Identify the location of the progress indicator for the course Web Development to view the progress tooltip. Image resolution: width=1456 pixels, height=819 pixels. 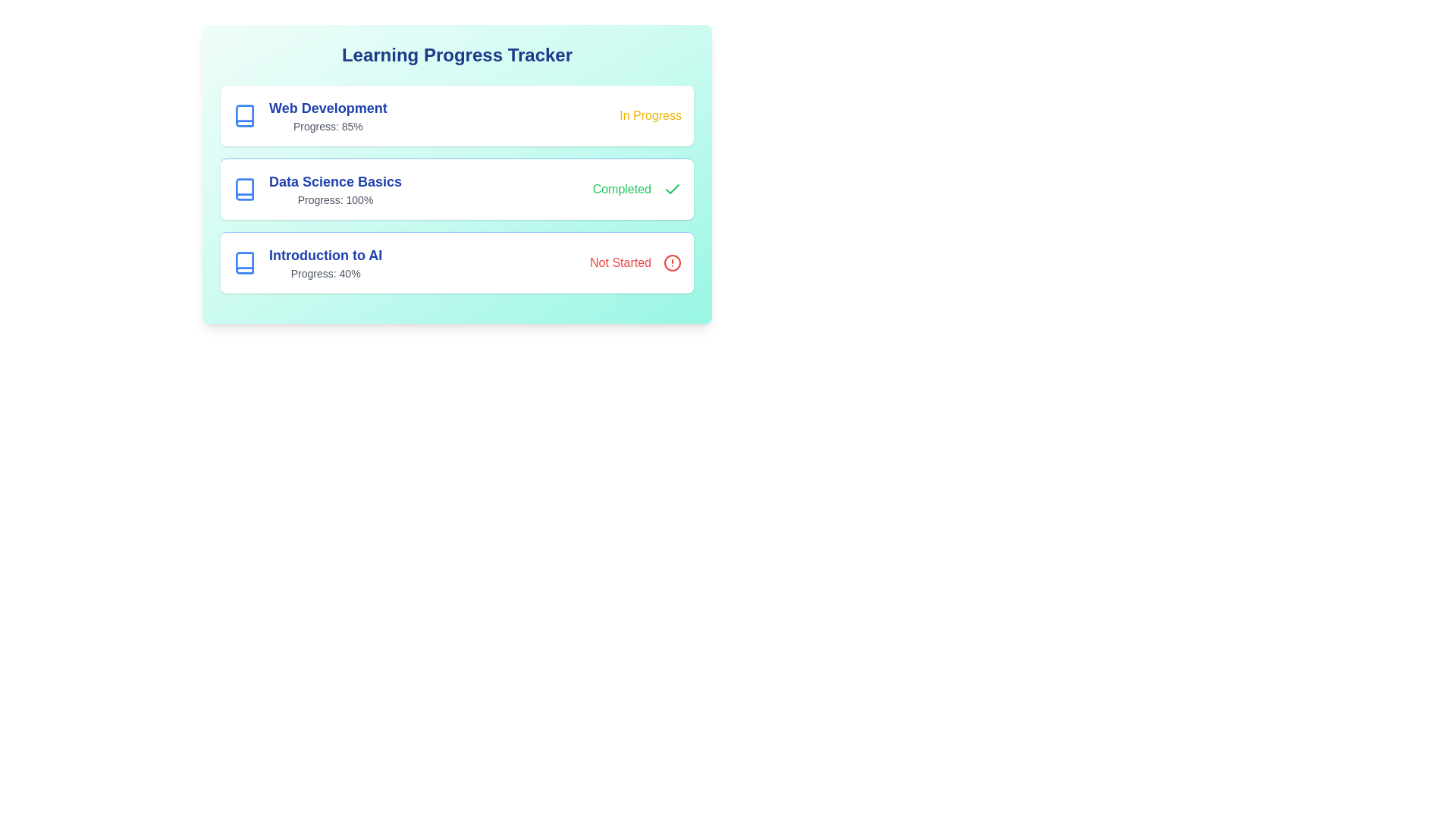
(309, 115).